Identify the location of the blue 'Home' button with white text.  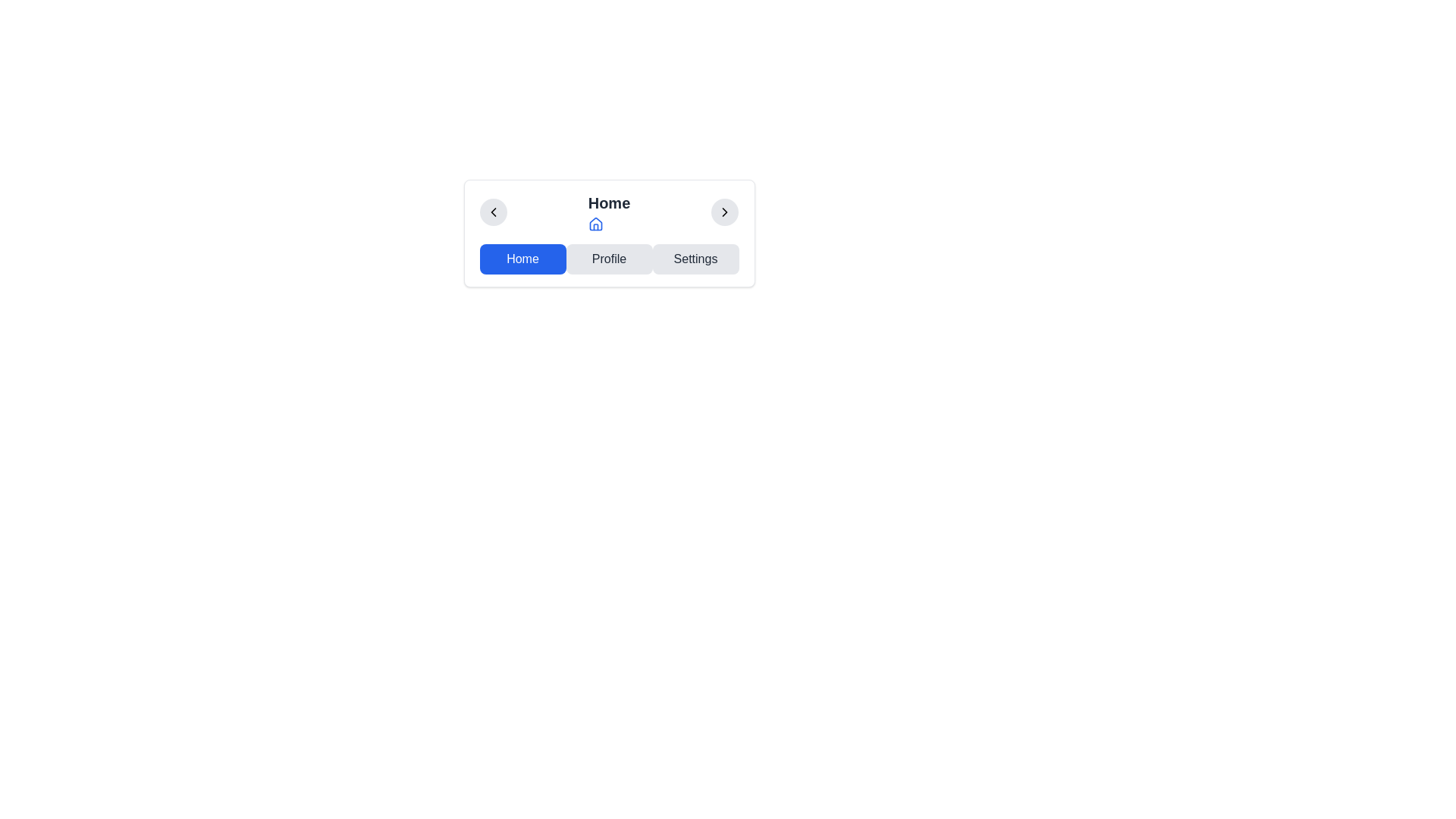
(522, 259).